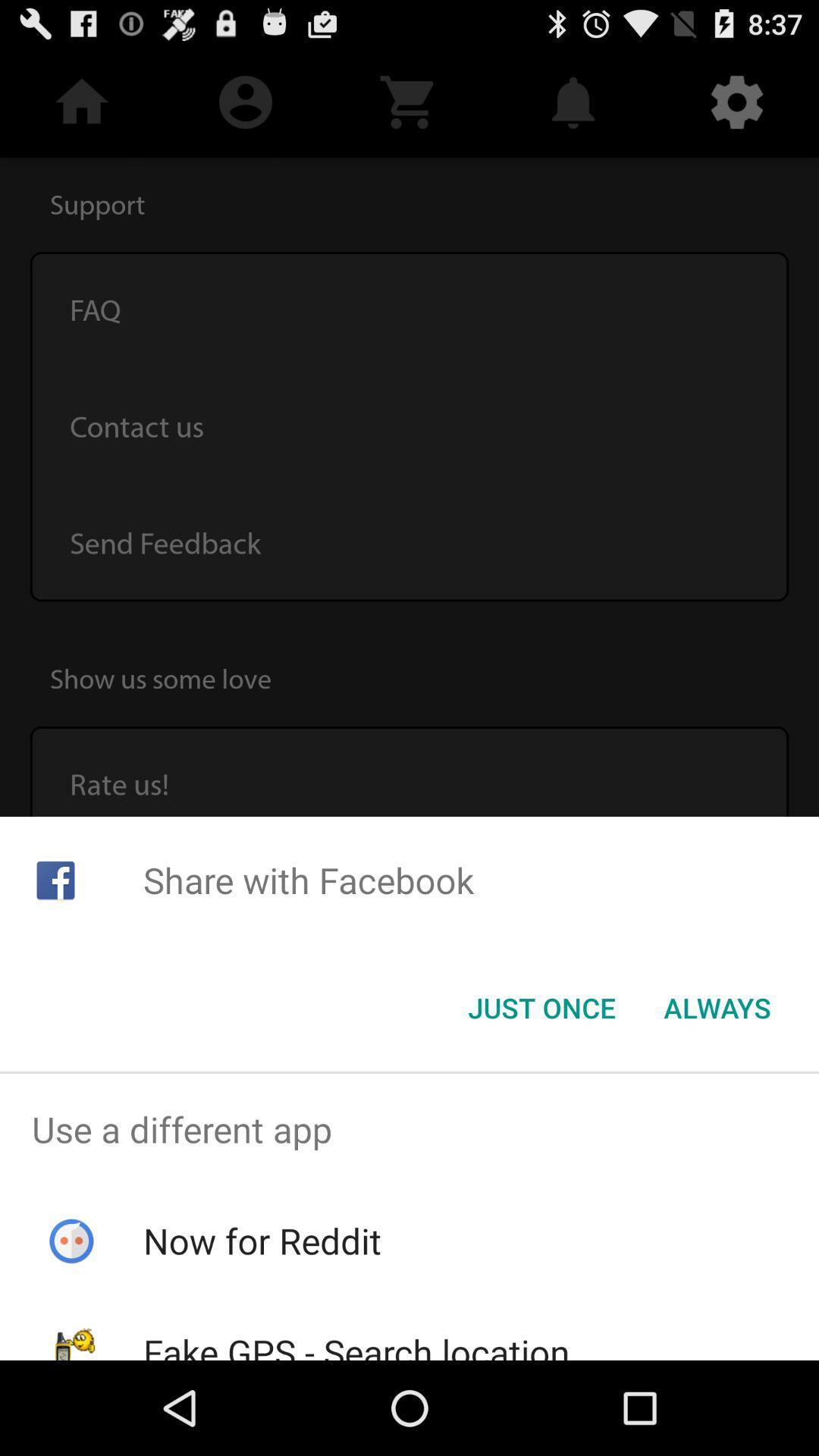 The height and width of the screenshot is (1456, 819). I want to click on use a different app, so click(409, 1129).